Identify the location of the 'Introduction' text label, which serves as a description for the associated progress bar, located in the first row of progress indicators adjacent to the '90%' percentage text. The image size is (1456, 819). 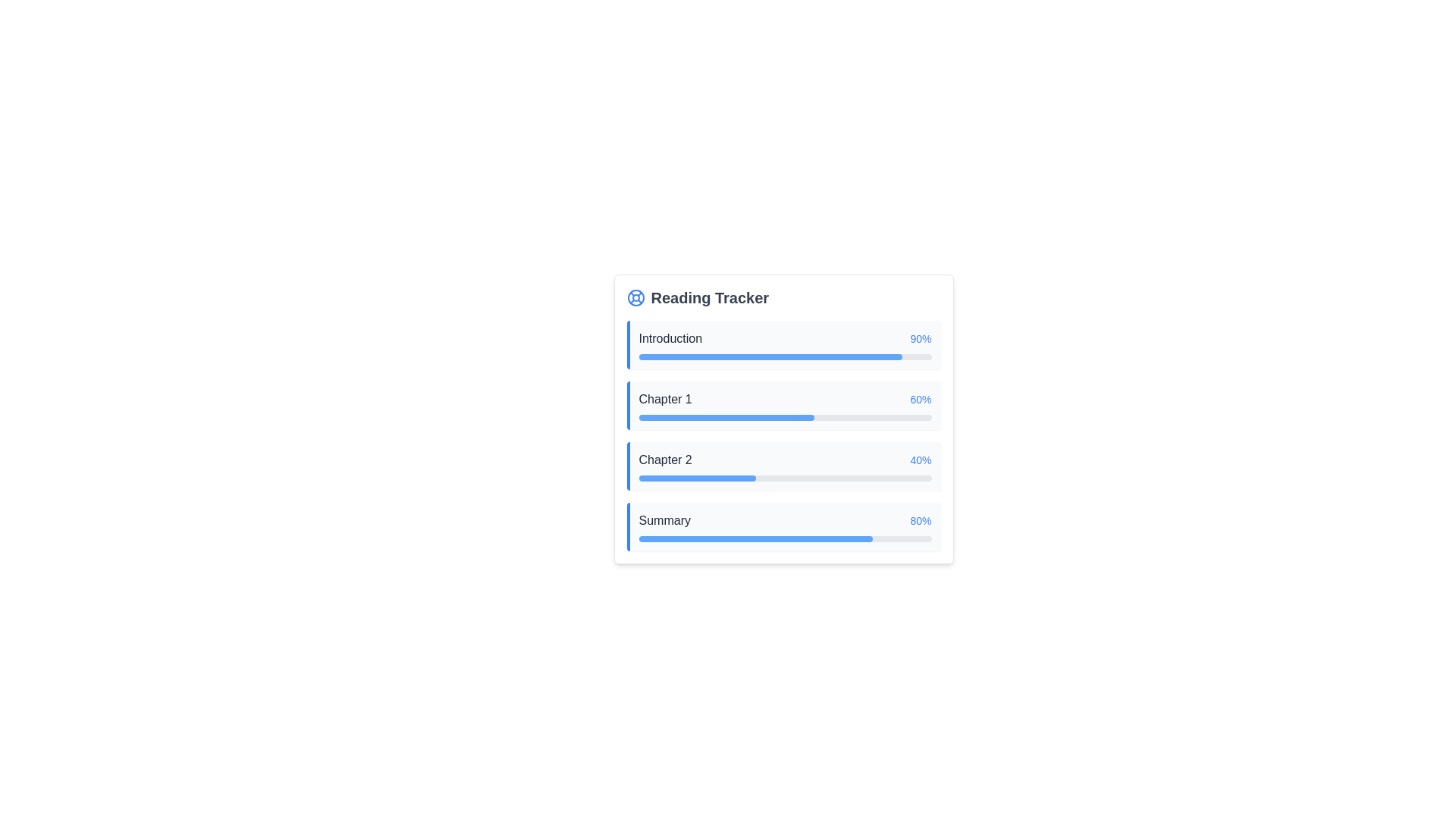
(670, 338).